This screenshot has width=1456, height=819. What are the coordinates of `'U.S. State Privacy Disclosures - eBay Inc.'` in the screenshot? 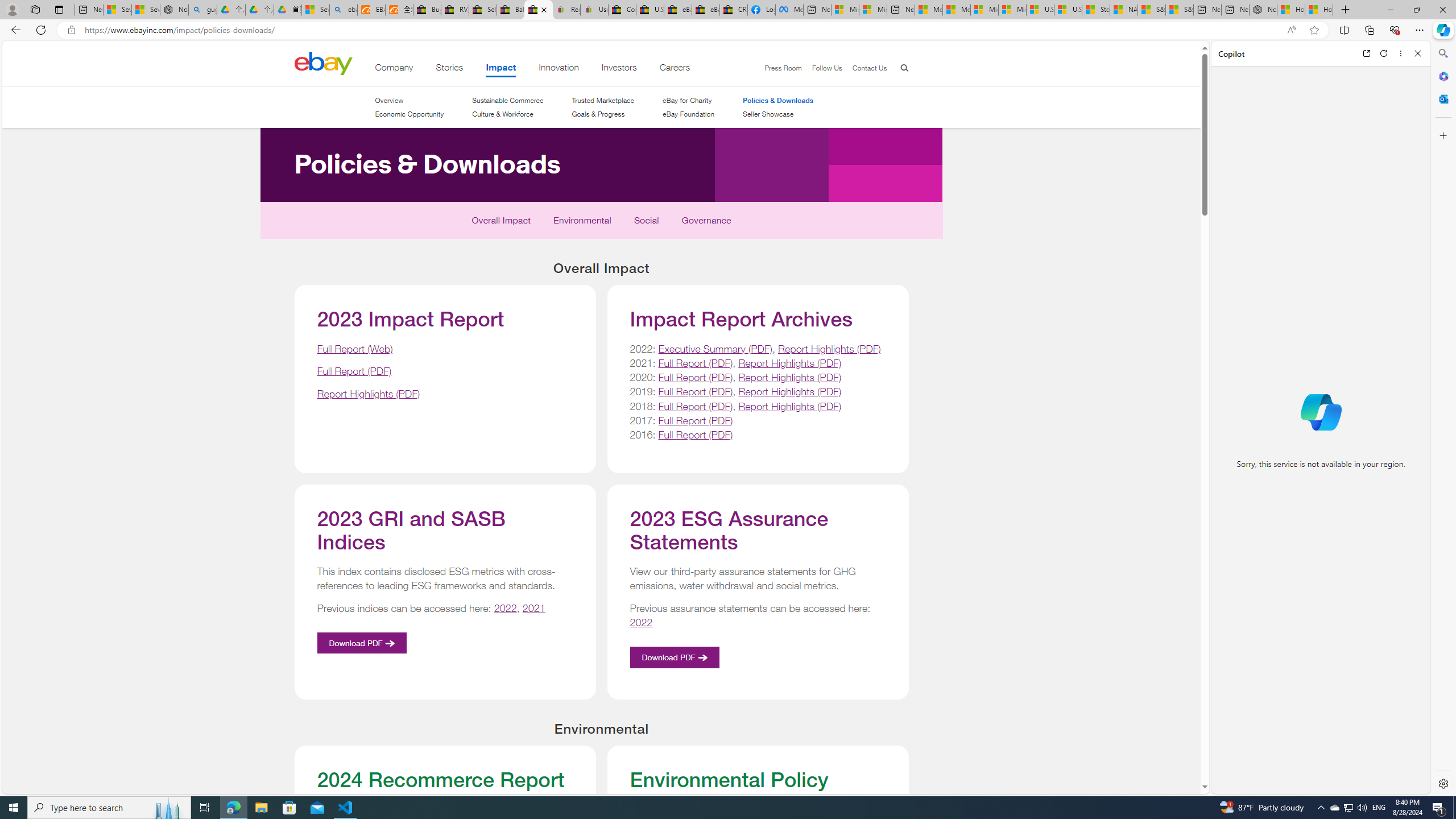 It's located at (650, 9).